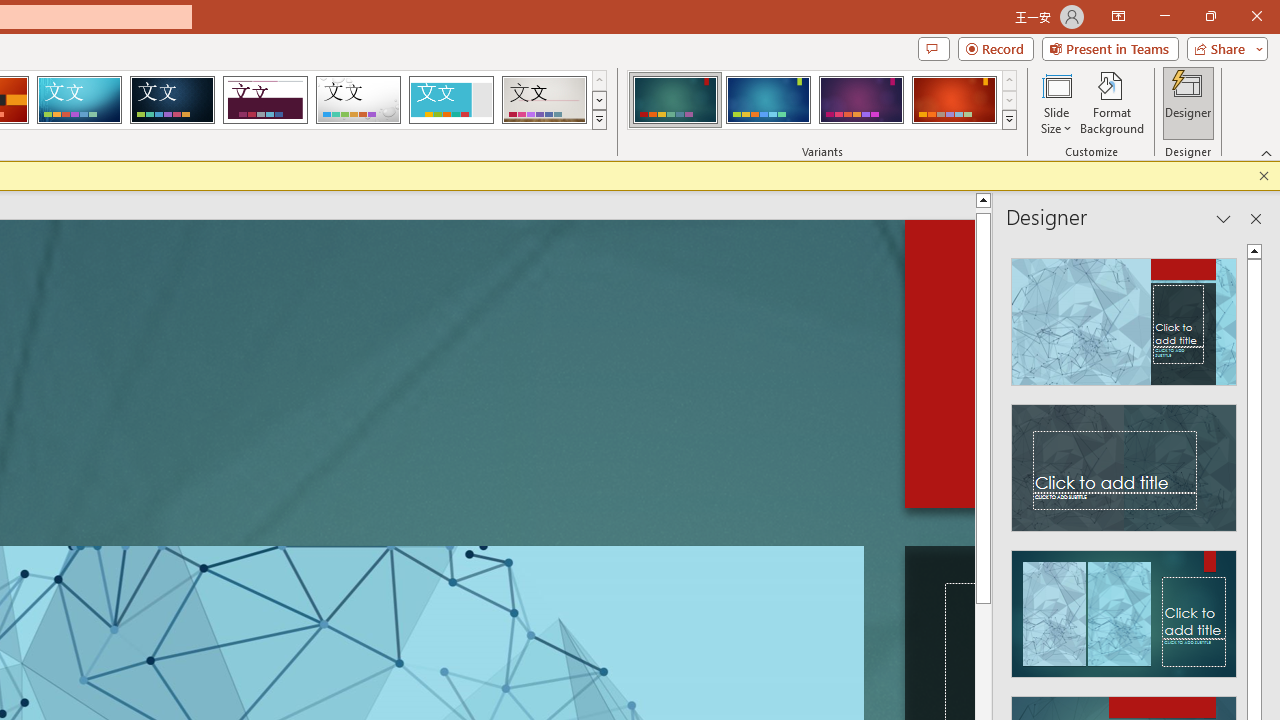 The image size is (1280, 720). Describe the element at coordinates (79, 100) in the screenshot. I see `'Circuit'` at that location.